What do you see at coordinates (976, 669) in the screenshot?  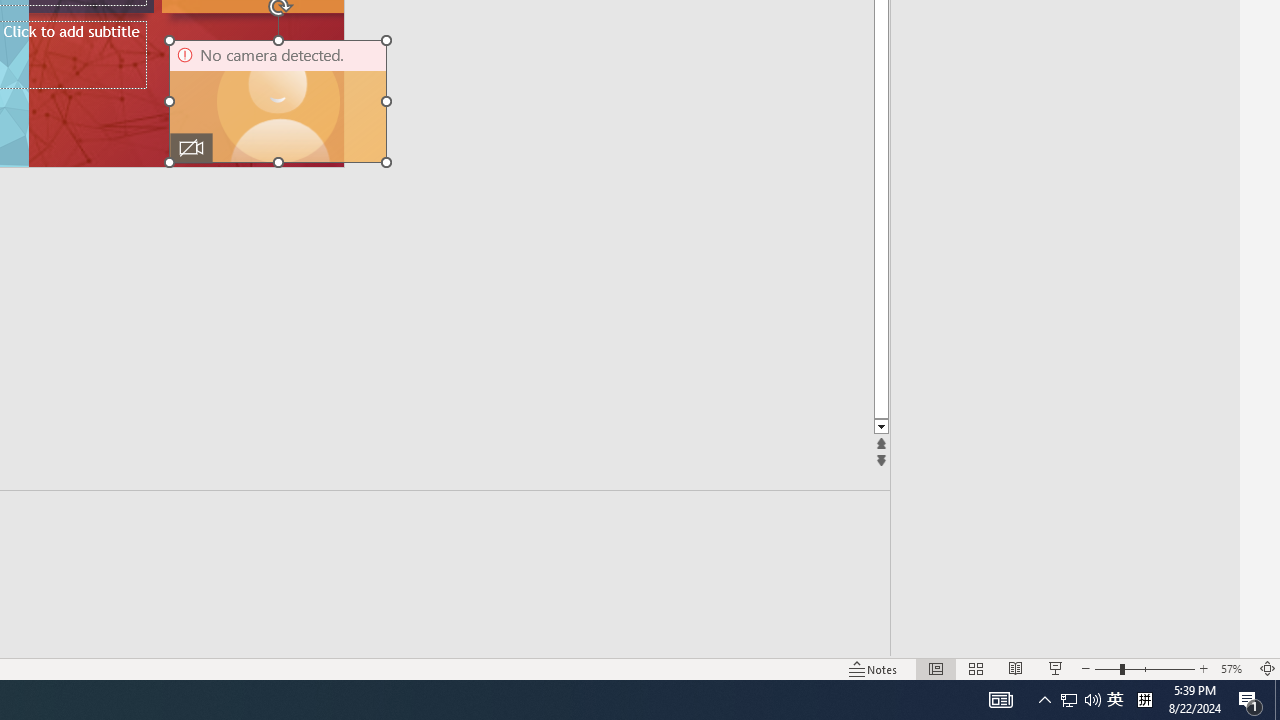 I see `'Slide Sorter'` at bounding box center [976, 669].